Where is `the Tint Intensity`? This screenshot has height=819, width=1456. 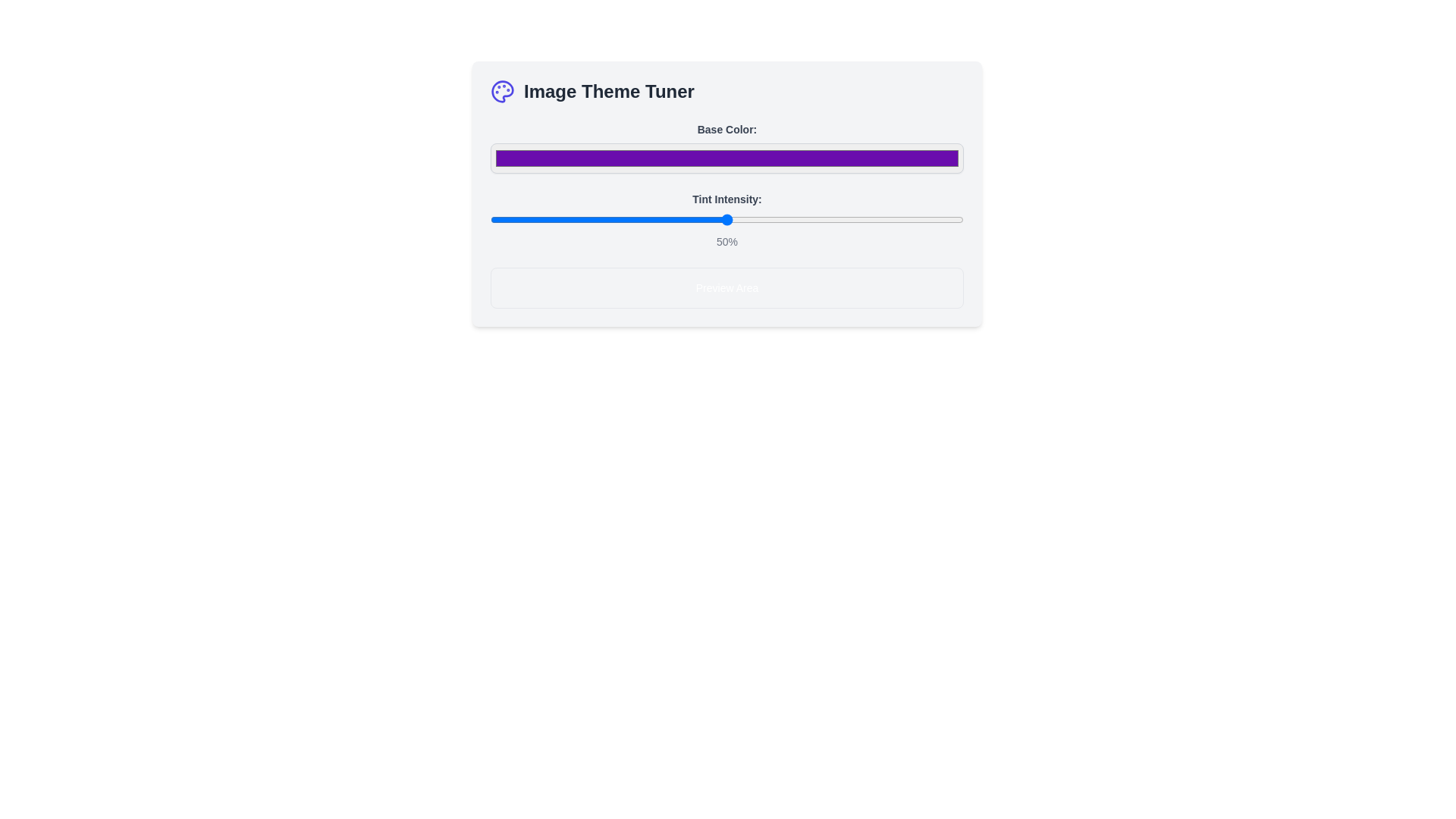
the Tint Intensity is located at coordinates (944, 219).